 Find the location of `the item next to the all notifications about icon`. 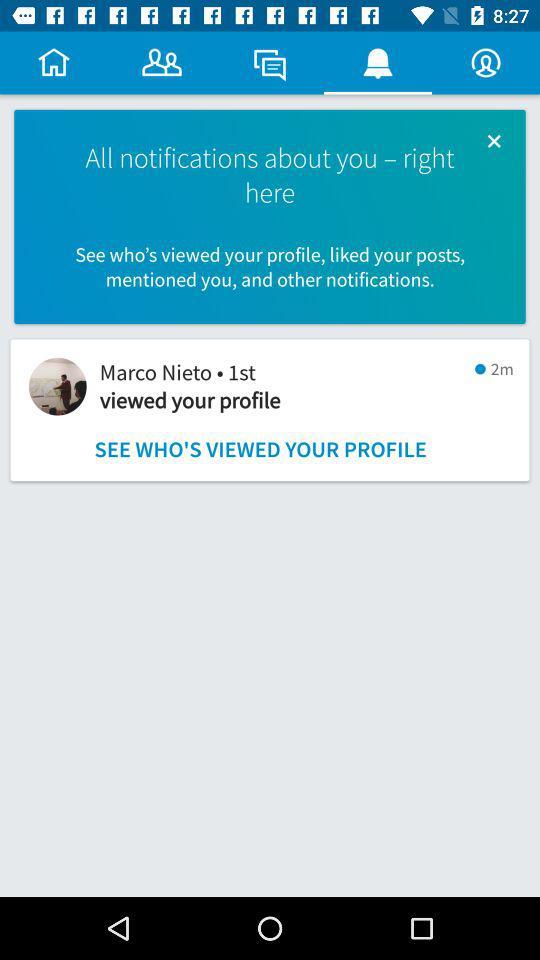

the item next to the all notifications about icon is located at coordinates (493, 140).